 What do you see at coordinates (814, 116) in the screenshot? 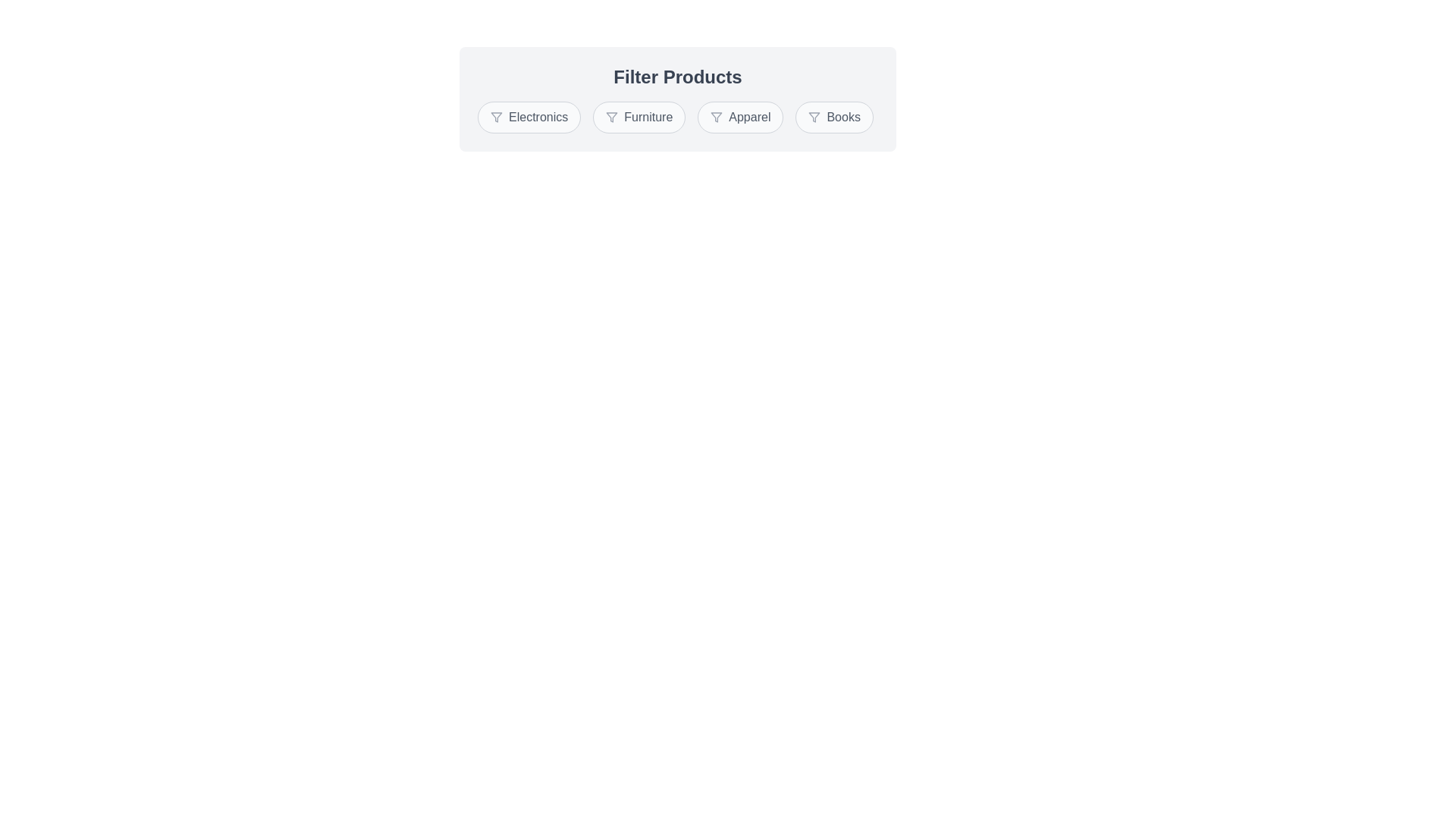
I see `the icon inside the chip labeled Books` at bounding box center [814, 116].